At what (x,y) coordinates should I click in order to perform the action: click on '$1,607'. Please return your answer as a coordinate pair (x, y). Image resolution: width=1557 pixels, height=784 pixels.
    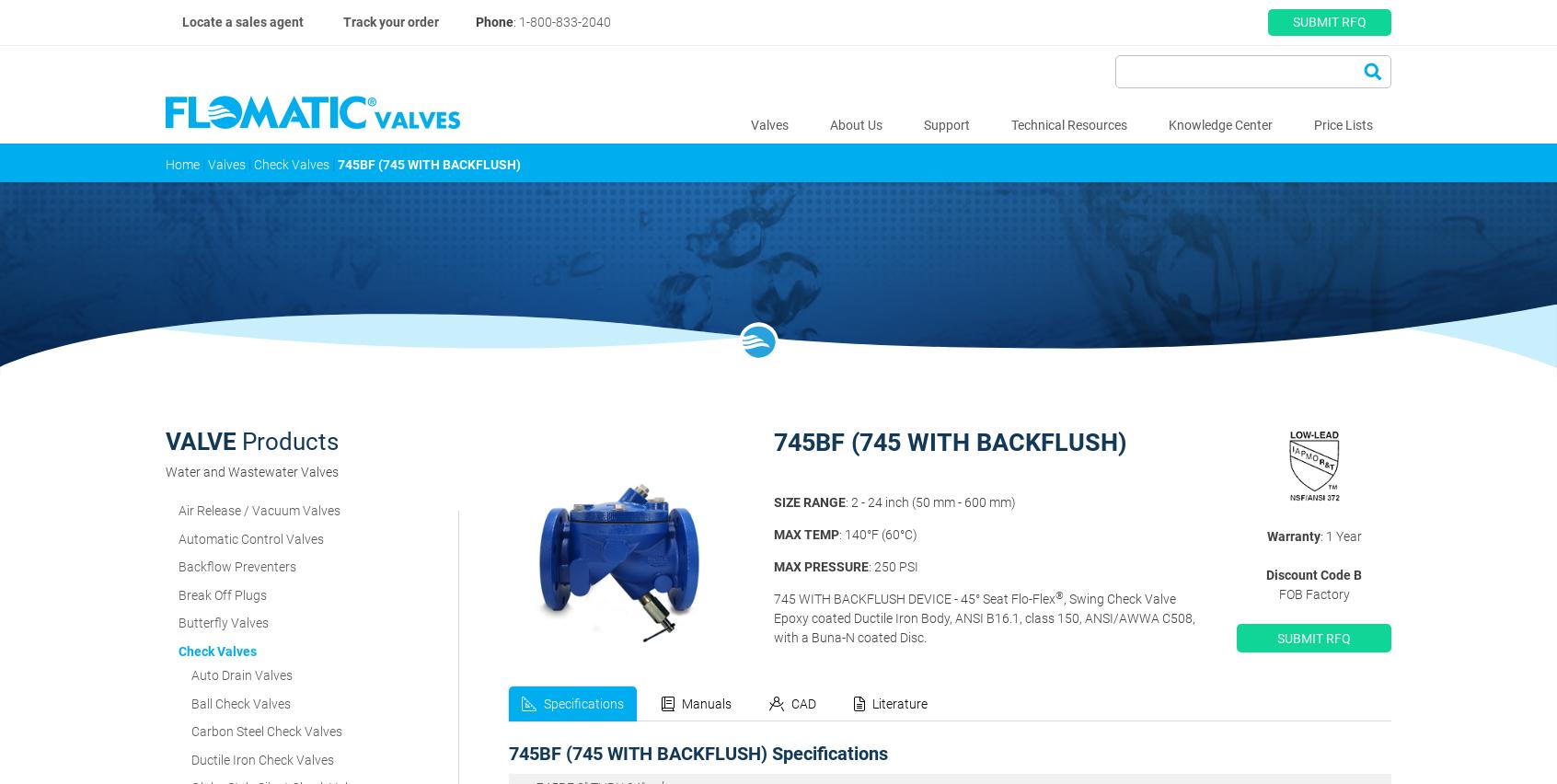
    Looking at the image, I should click on (1186, 646).